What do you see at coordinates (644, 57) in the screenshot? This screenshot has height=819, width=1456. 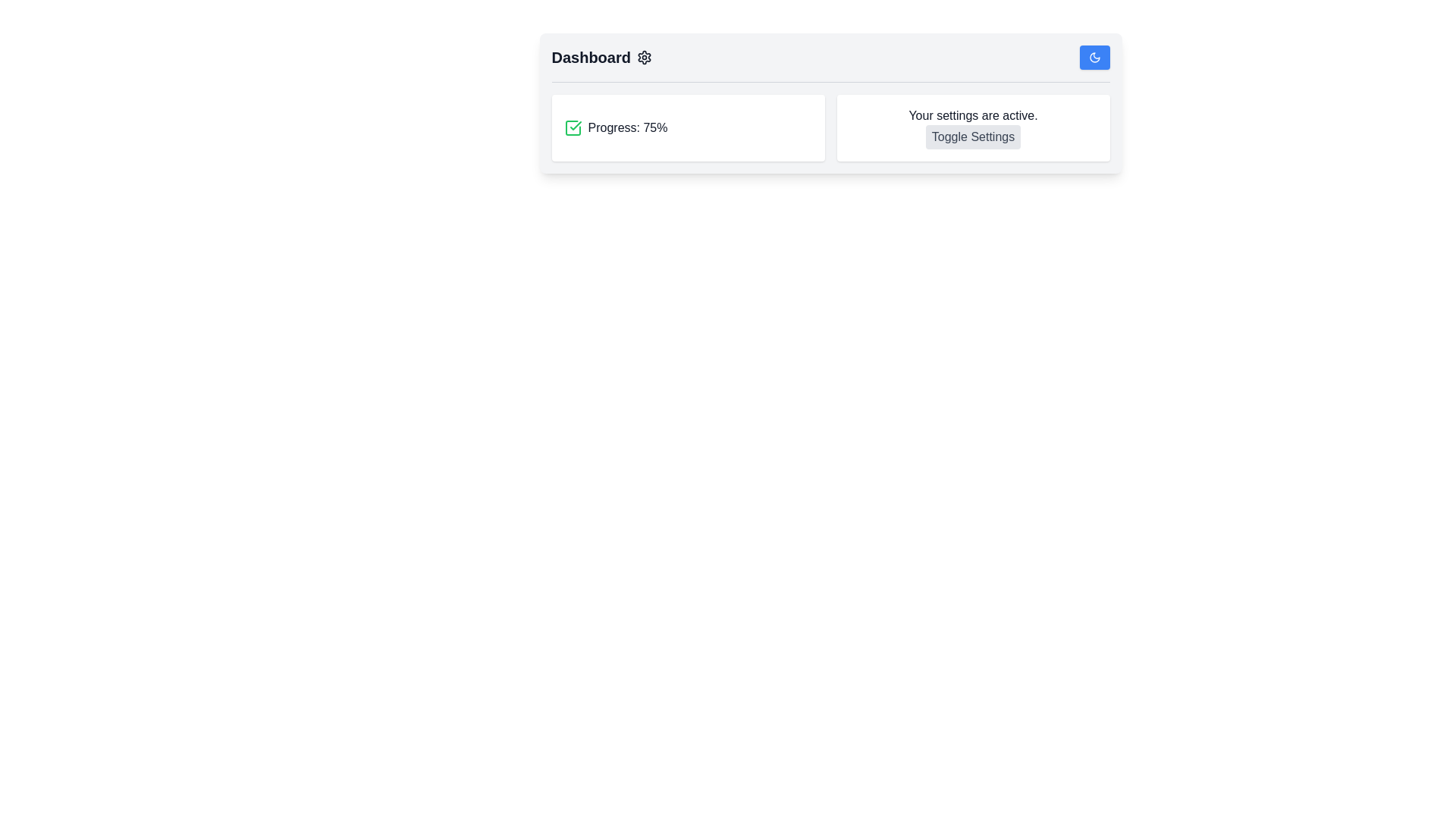 I see `the largest component of the settings icon, which is part of a gear design located next to the 'Dashboard' text at the top-left of the interface` at bounding box center [644, 57].